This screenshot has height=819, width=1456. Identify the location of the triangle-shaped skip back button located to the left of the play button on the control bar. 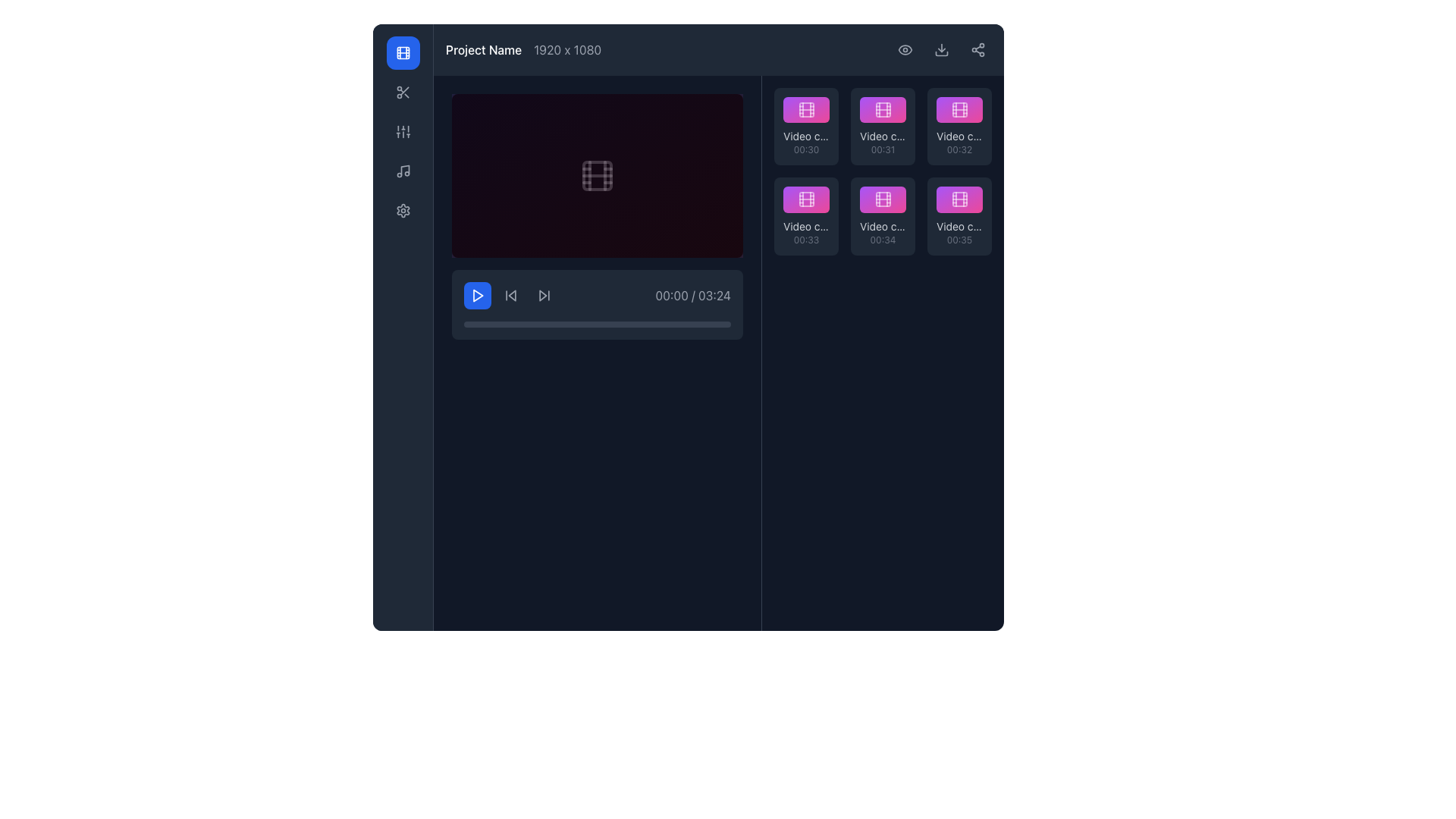
(512, 295).